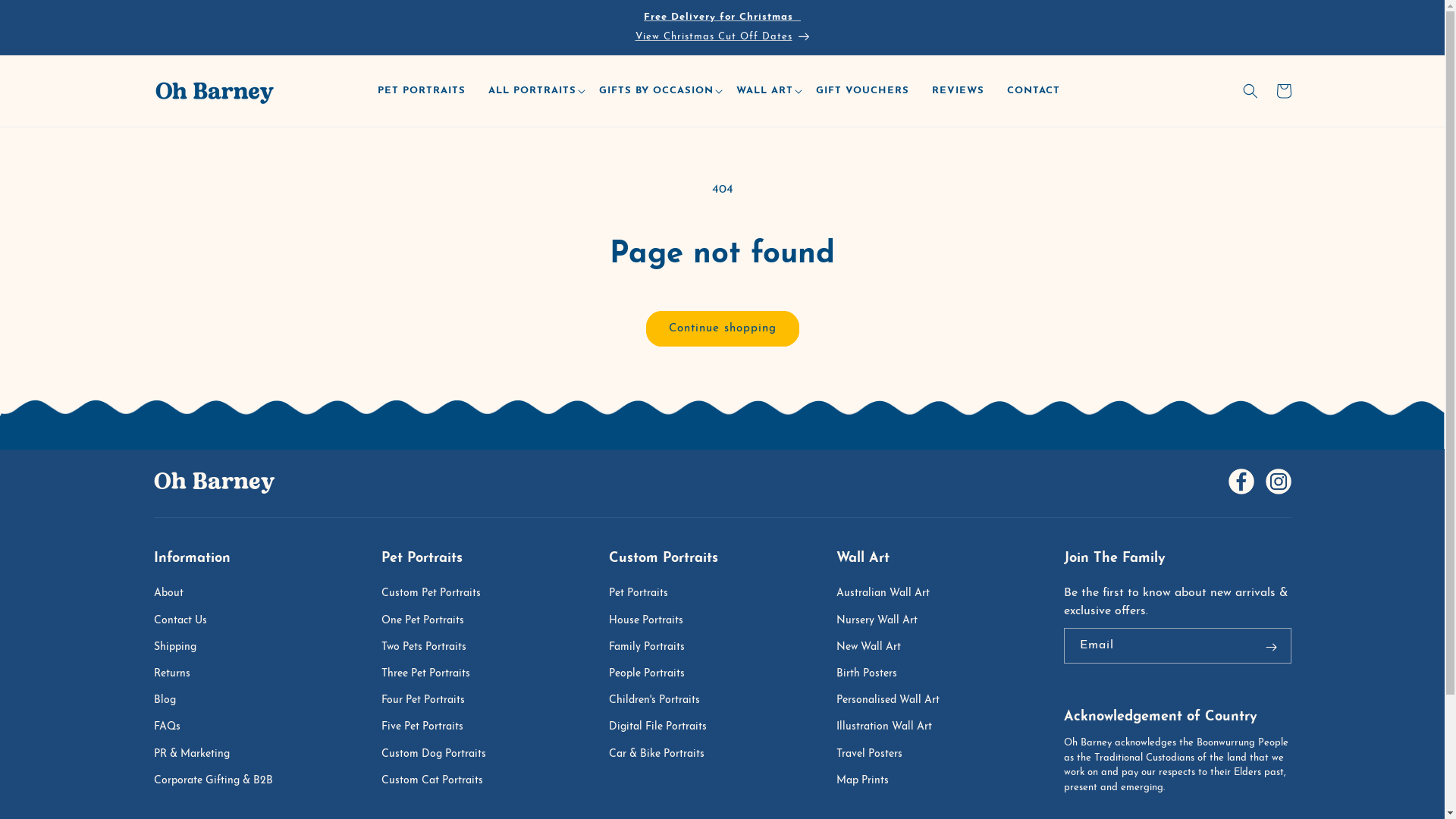 Image resolution: width=1456 pixels, height=819 pixels. I want to click on 'People Portraits', so click(654, 673).